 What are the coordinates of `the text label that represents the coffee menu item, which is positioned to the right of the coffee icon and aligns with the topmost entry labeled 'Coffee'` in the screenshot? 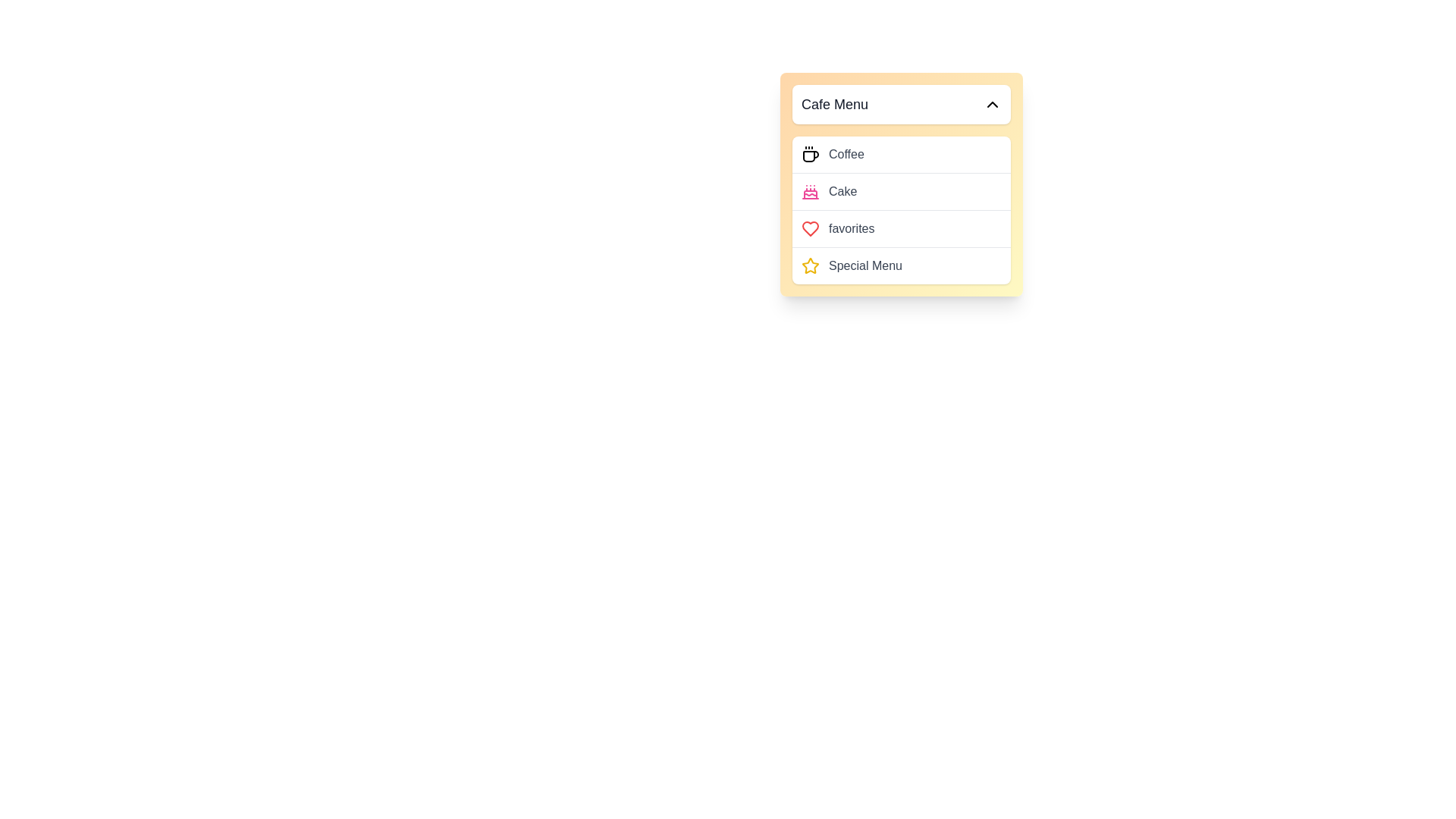 It's located at (846, 155).